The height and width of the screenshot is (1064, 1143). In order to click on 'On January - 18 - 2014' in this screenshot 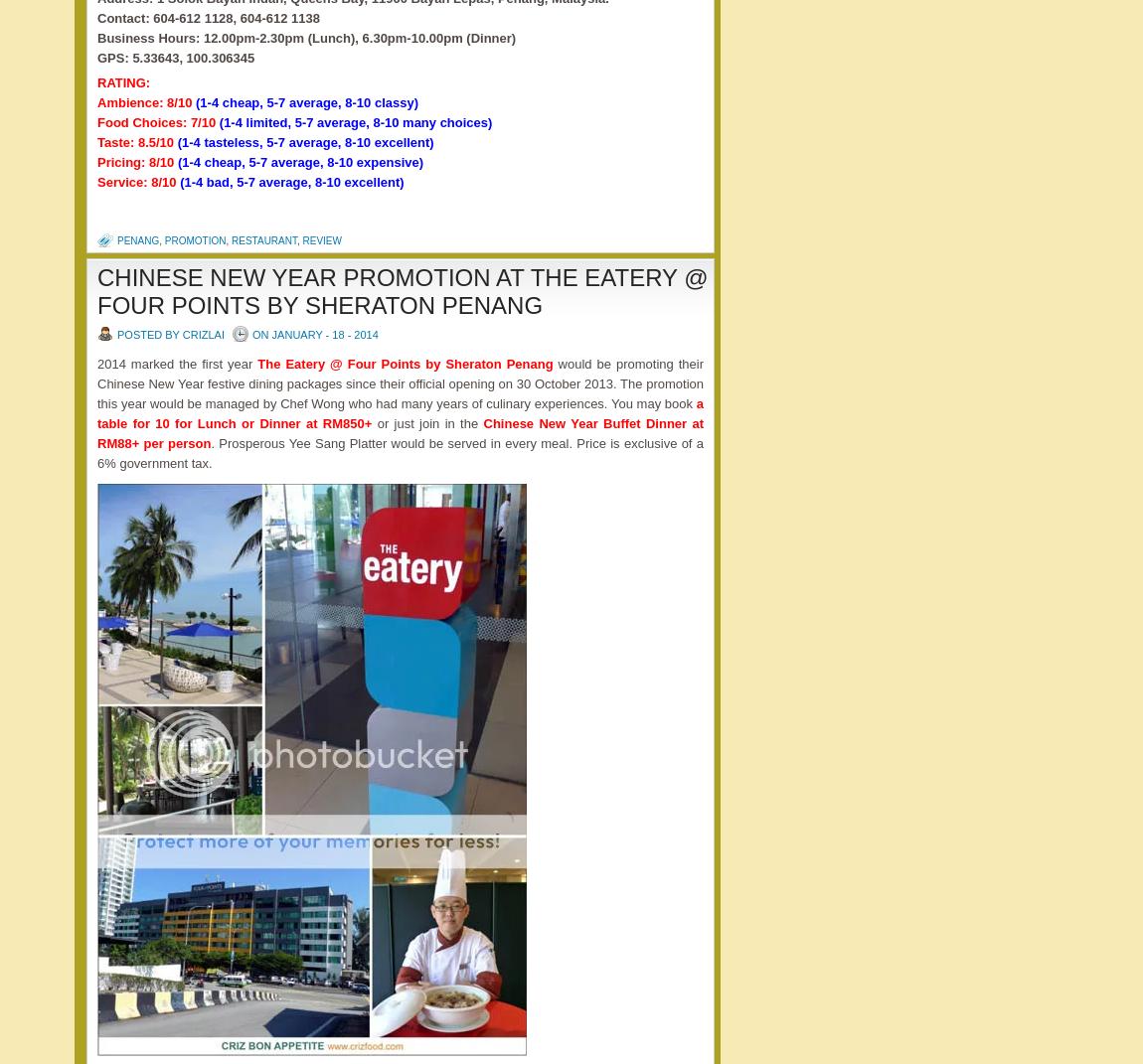, I will do `click(315, 332)`.